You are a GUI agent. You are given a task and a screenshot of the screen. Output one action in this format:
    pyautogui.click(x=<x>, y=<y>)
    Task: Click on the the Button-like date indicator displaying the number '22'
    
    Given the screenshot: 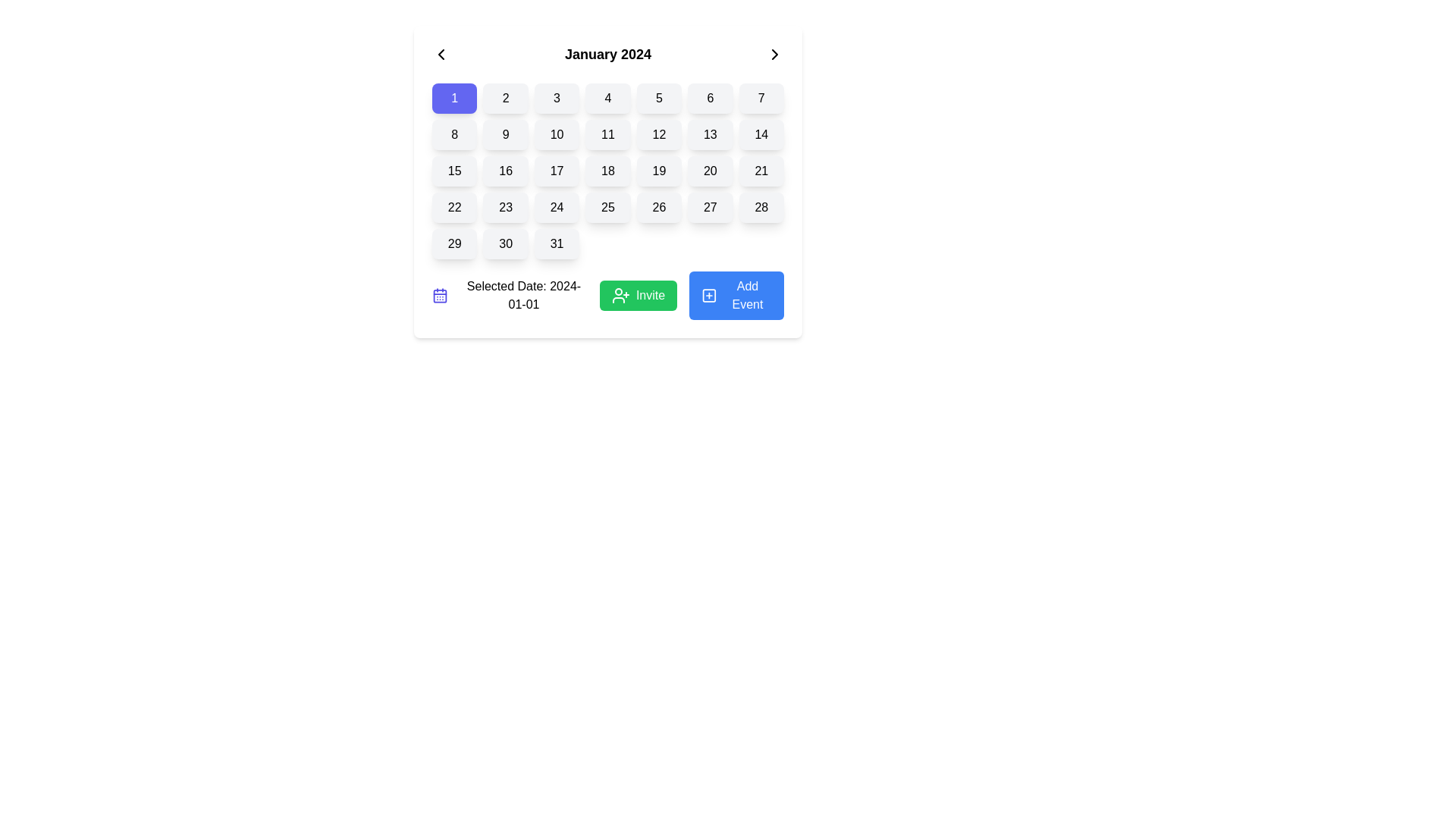 What is the action you would take?
    pyautogui.click(x=453, y=207)
    